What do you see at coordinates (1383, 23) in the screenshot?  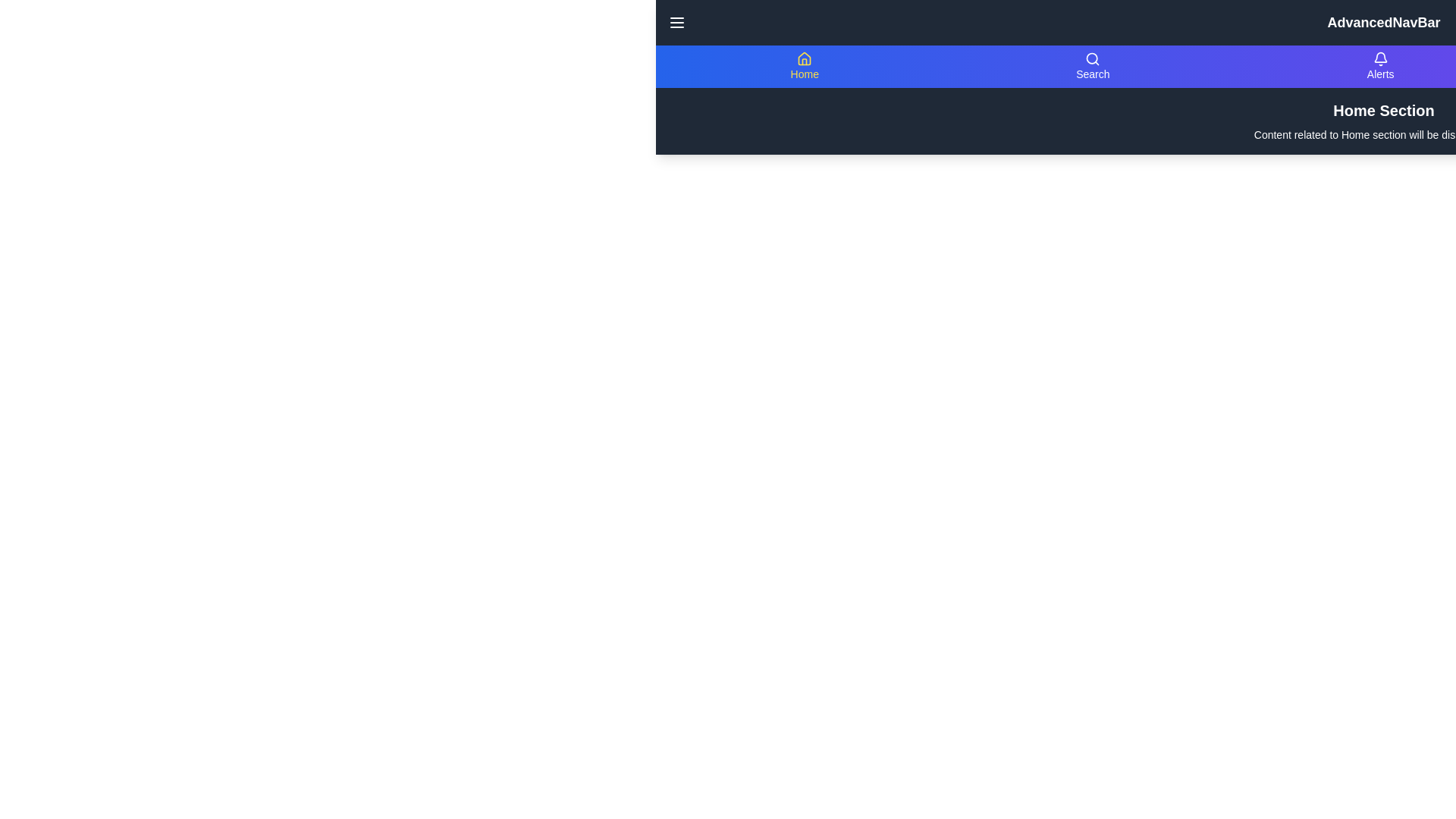 I see `the title text 'AdvancedNavBar'` at bounding box center [1383, 23].